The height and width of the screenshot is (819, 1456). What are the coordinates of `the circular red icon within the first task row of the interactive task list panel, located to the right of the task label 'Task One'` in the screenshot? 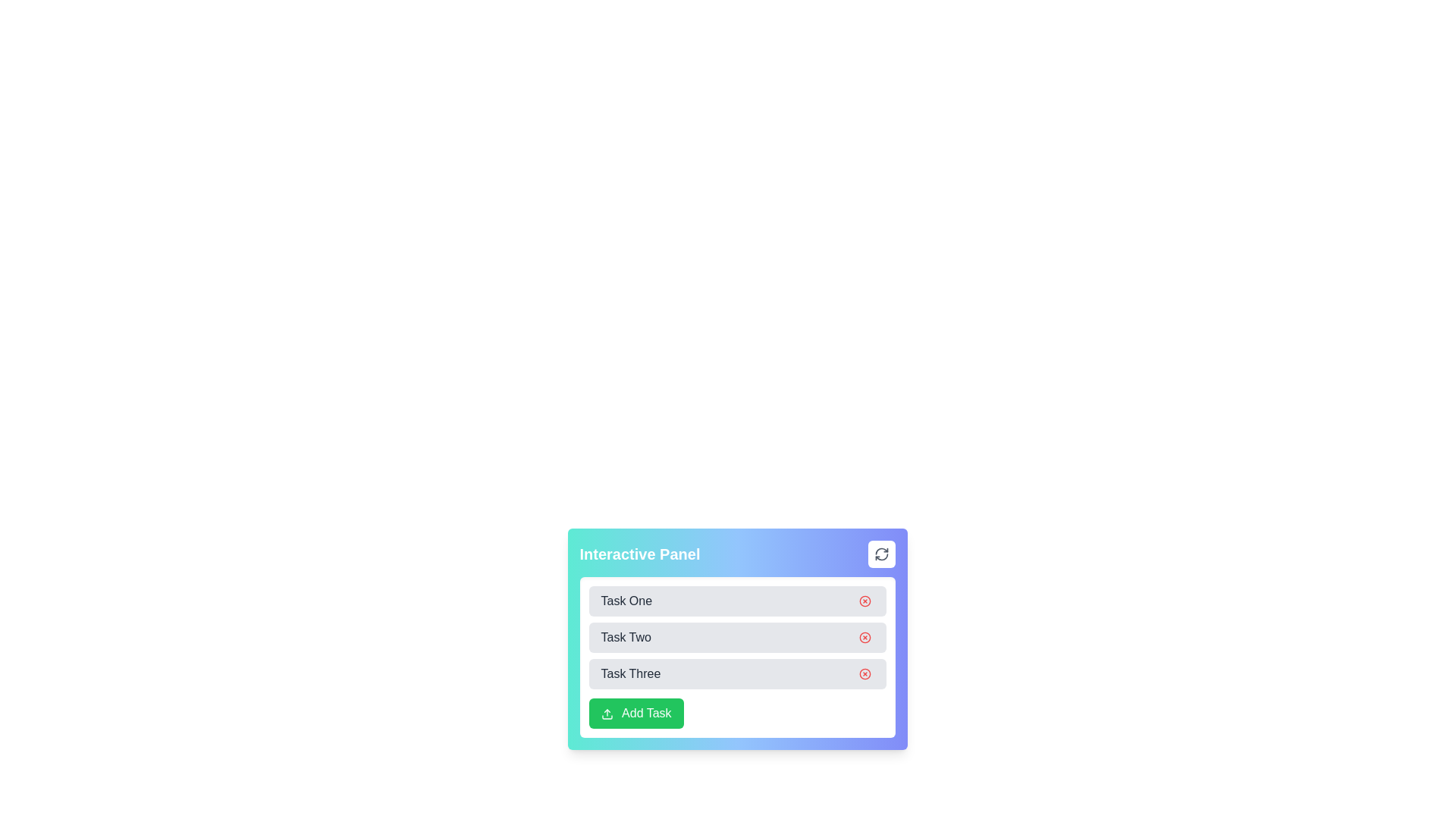 It's located at (864, 601).